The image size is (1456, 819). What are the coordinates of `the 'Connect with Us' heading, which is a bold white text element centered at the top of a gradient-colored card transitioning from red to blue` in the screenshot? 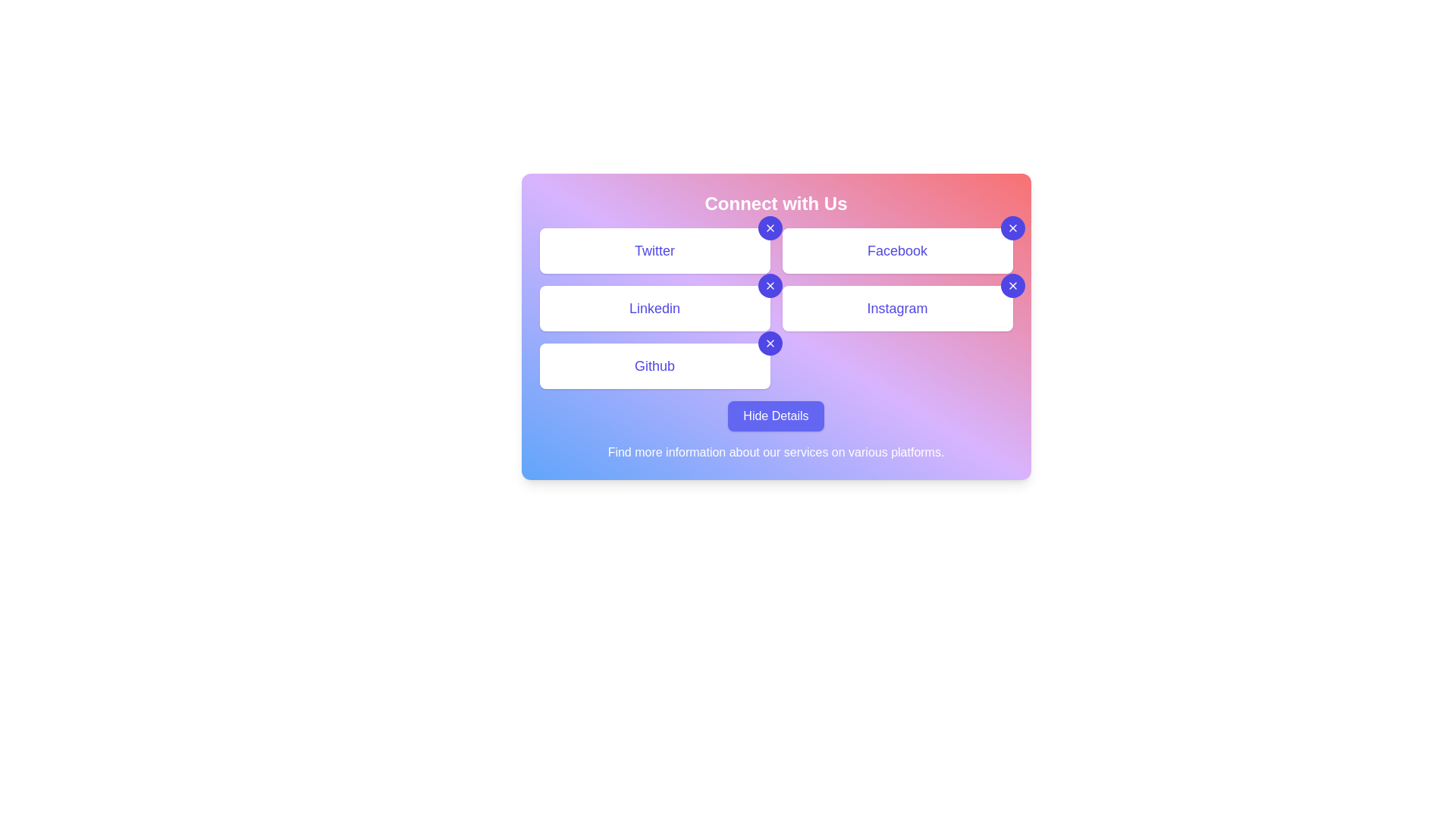 It's located at (776, 203).